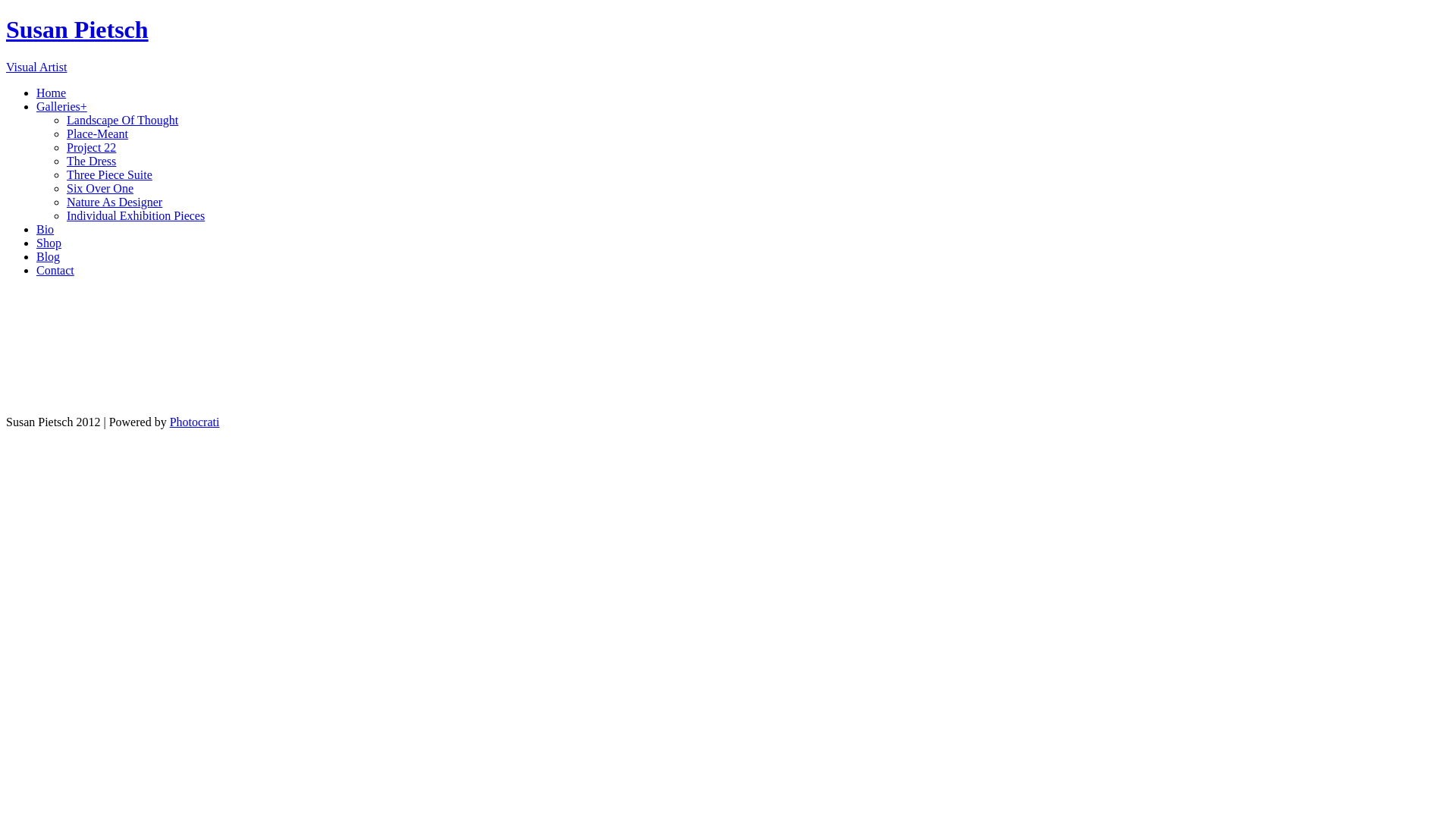  I want to click on 'Blog', so click(48, 256).